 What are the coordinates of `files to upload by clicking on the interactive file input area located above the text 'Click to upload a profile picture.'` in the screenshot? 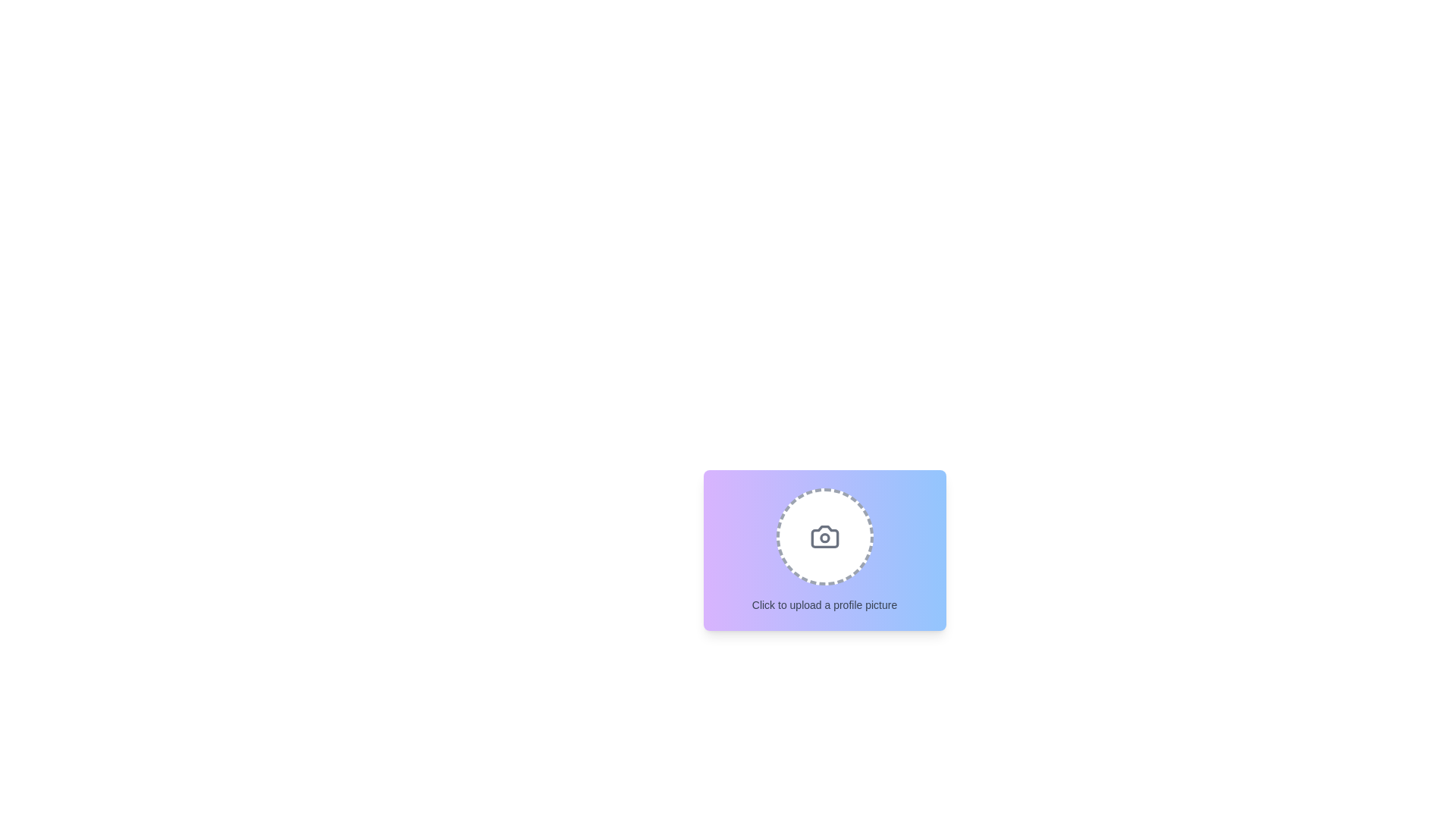 It's located at (824, 536).